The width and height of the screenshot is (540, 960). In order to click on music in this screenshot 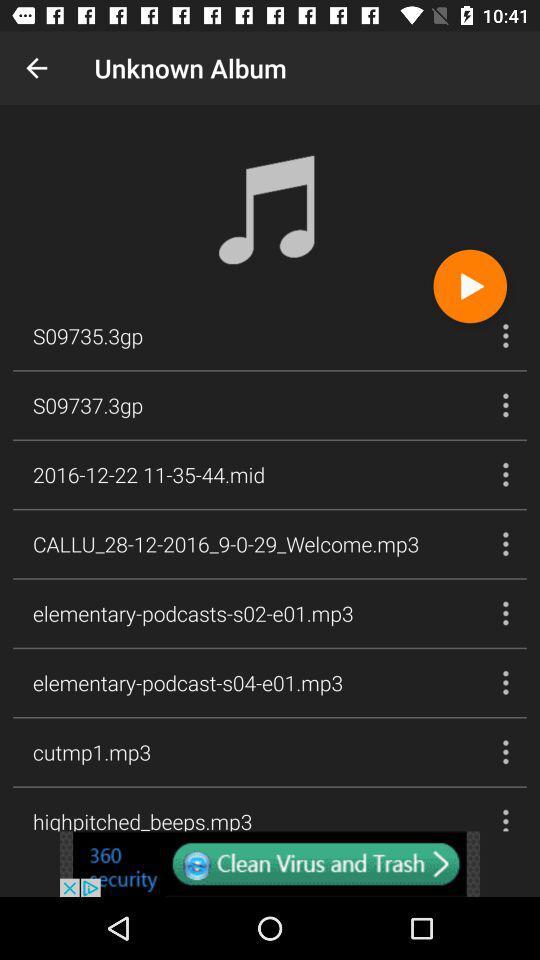, I will do `click(470, 285)`.